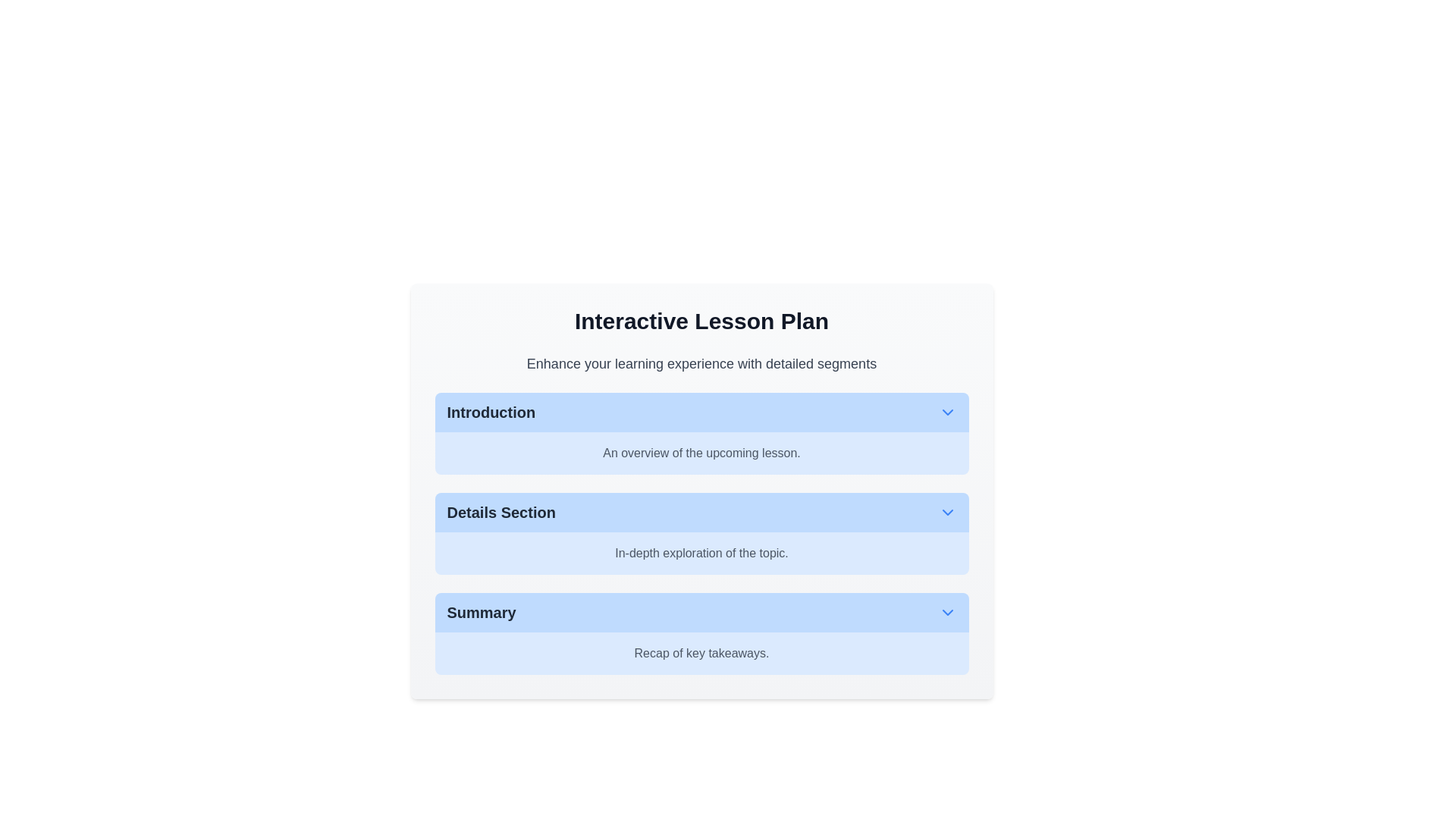  Describe the element at coordinates (701, 652) in the screenshot. I see `the static text element that contains the text 'Recap of key takeaways.' styled with a light gray font on a light blue background, located under the 'Summary' section` at that location.